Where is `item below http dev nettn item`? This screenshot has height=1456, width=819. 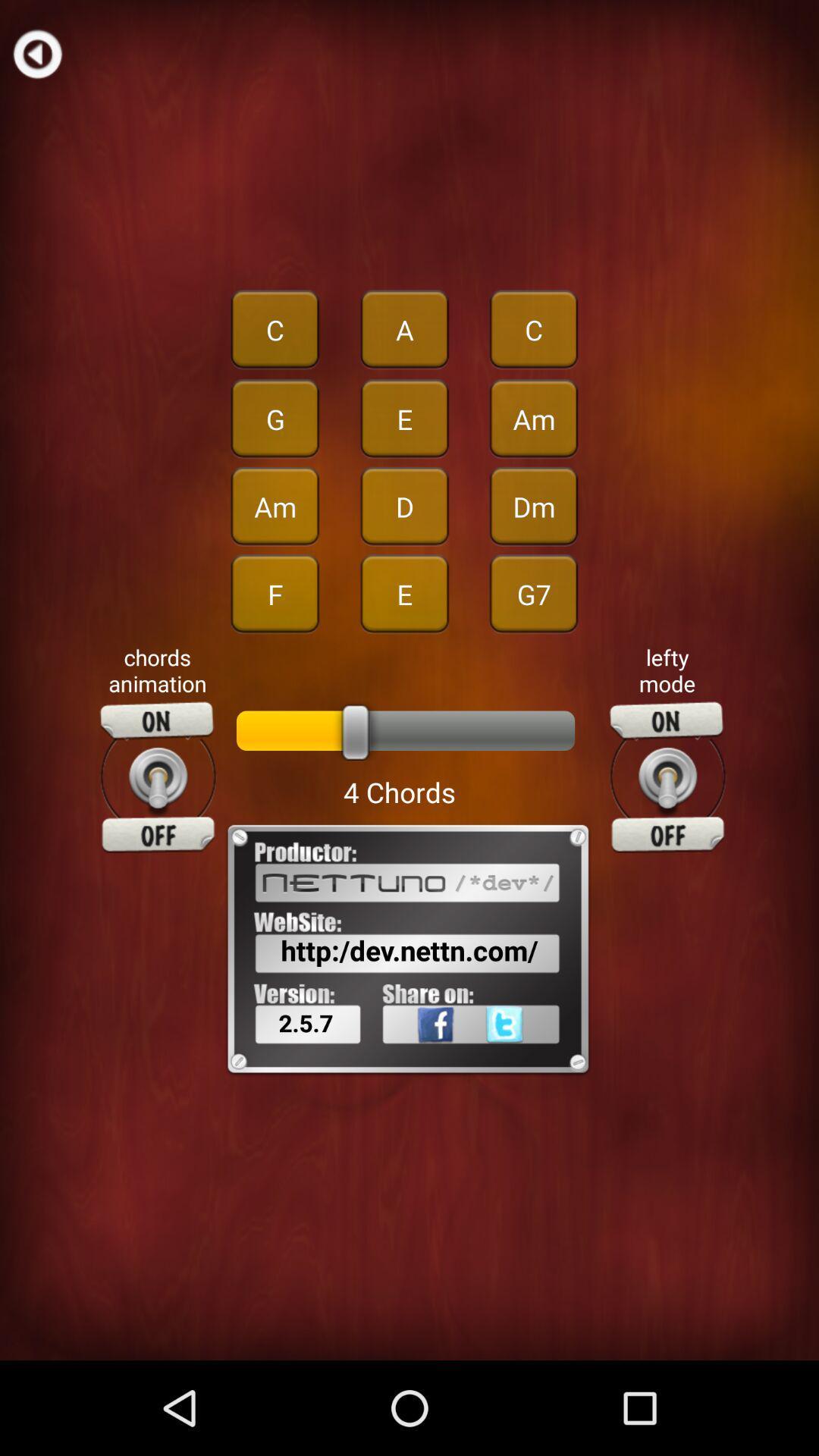
item below http dev nettn item is located at coordinates (416, 1057).